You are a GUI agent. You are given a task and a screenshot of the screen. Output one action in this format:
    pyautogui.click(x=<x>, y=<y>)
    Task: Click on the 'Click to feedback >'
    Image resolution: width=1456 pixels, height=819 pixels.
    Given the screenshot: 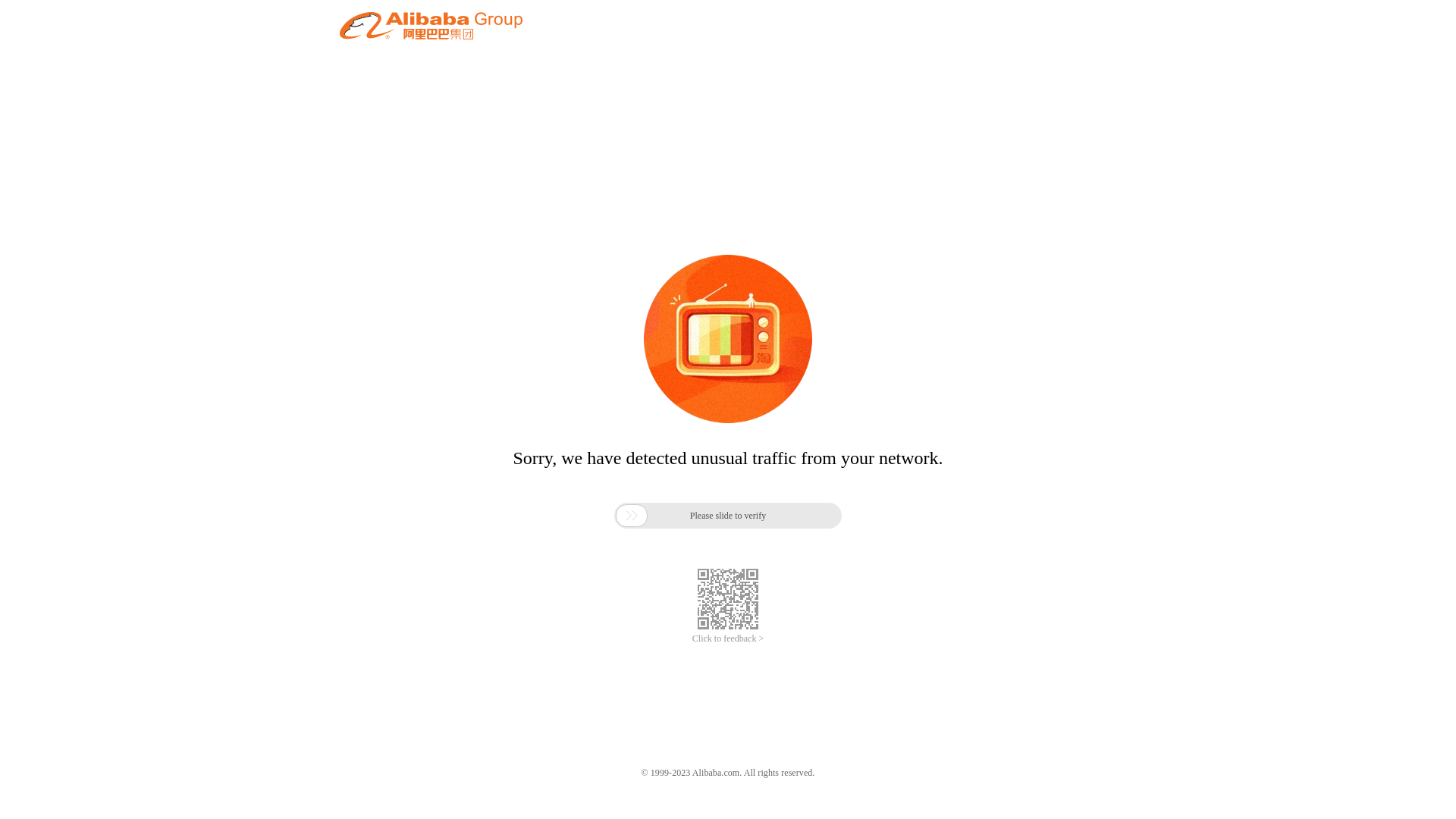 What is the action you would take?
    pyautogui.click(x=728, y=639)
    